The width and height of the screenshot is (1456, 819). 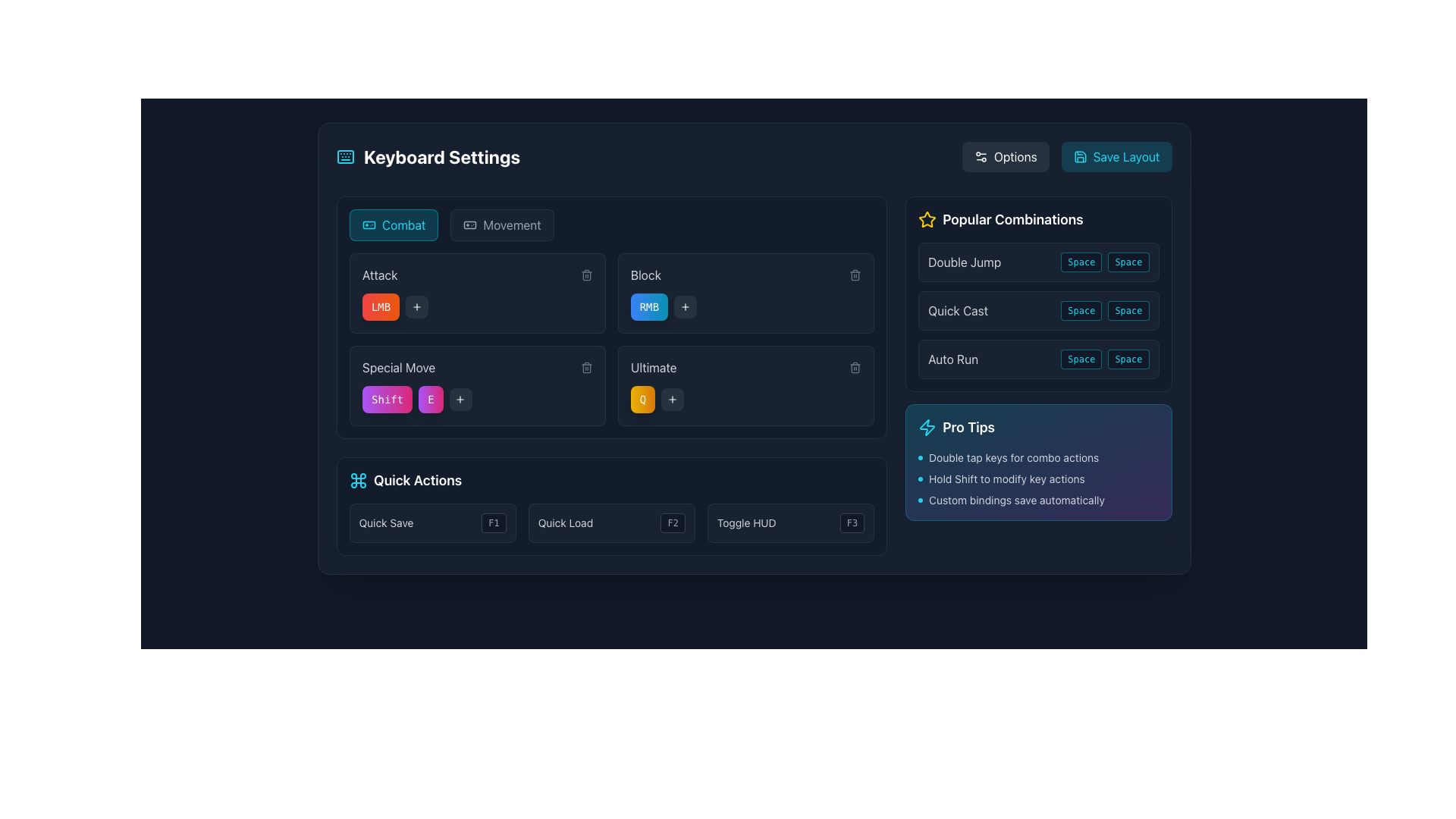 I want to click on the small square plus sign icon located in the 'Keyboard Settings' section, aligned to the right of the 'LMB' button, so click(x=460, y=399).